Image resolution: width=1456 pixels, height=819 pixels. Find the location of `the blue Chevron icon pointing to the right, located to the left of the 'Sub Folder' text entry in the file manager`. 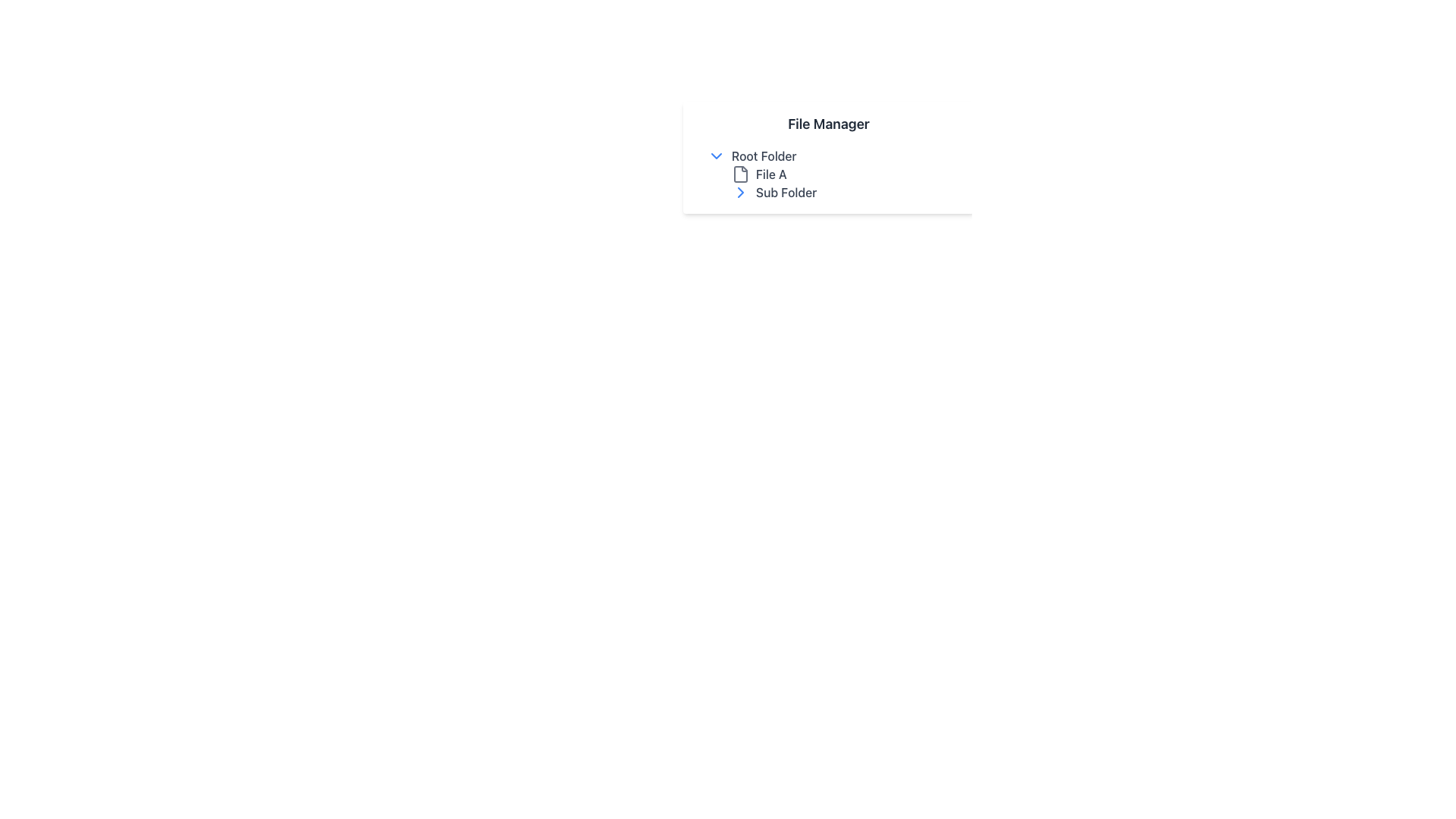

the blue Chevron icon pointing to the right, located to the left of the 'Sub Folder' text entry in the file manager is located at coordinates (741, 192).